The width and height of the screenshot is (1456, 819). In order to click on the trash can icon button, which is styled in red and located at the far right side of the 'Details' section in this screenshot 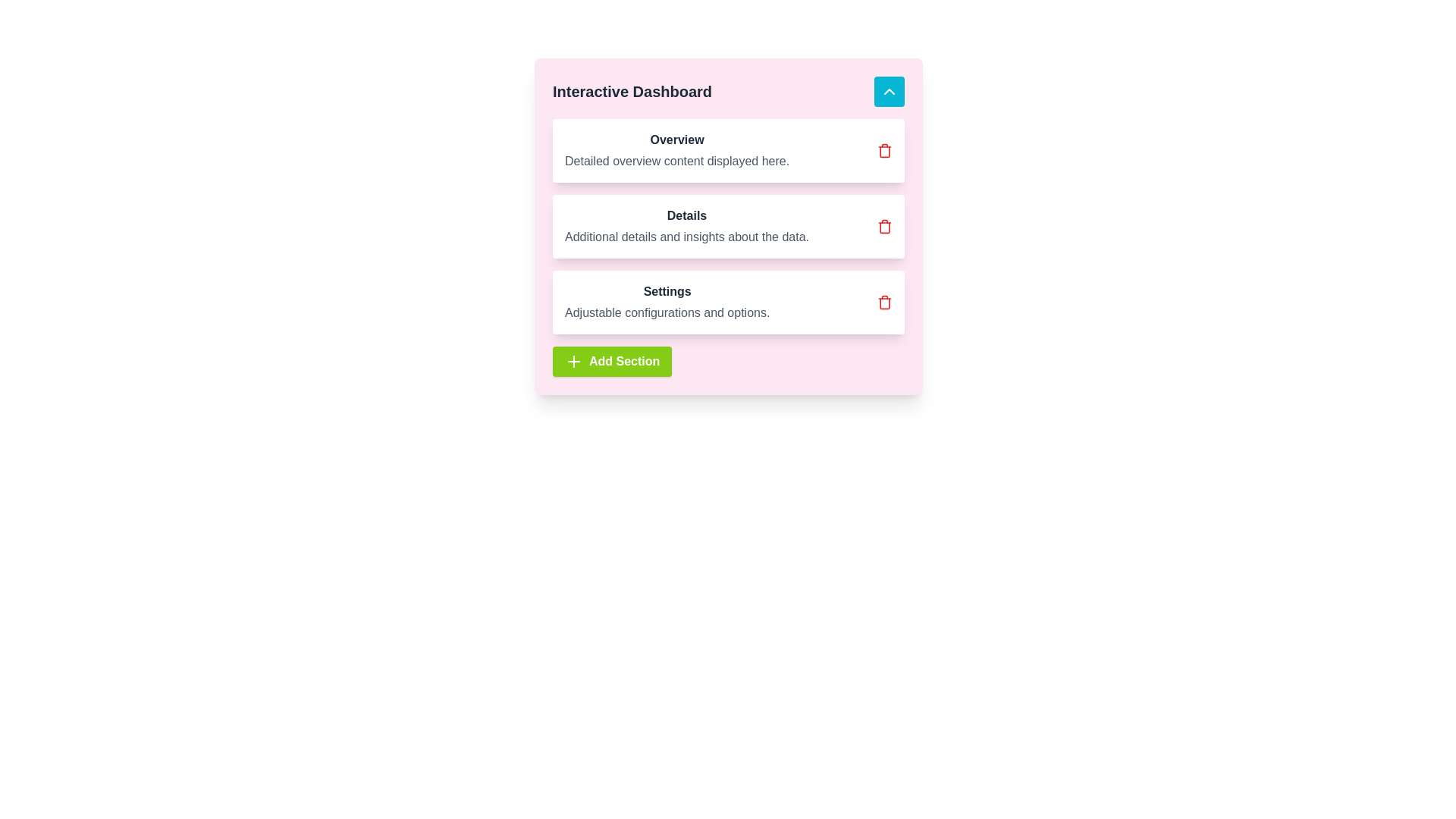, I will do `click(884, 227)`.